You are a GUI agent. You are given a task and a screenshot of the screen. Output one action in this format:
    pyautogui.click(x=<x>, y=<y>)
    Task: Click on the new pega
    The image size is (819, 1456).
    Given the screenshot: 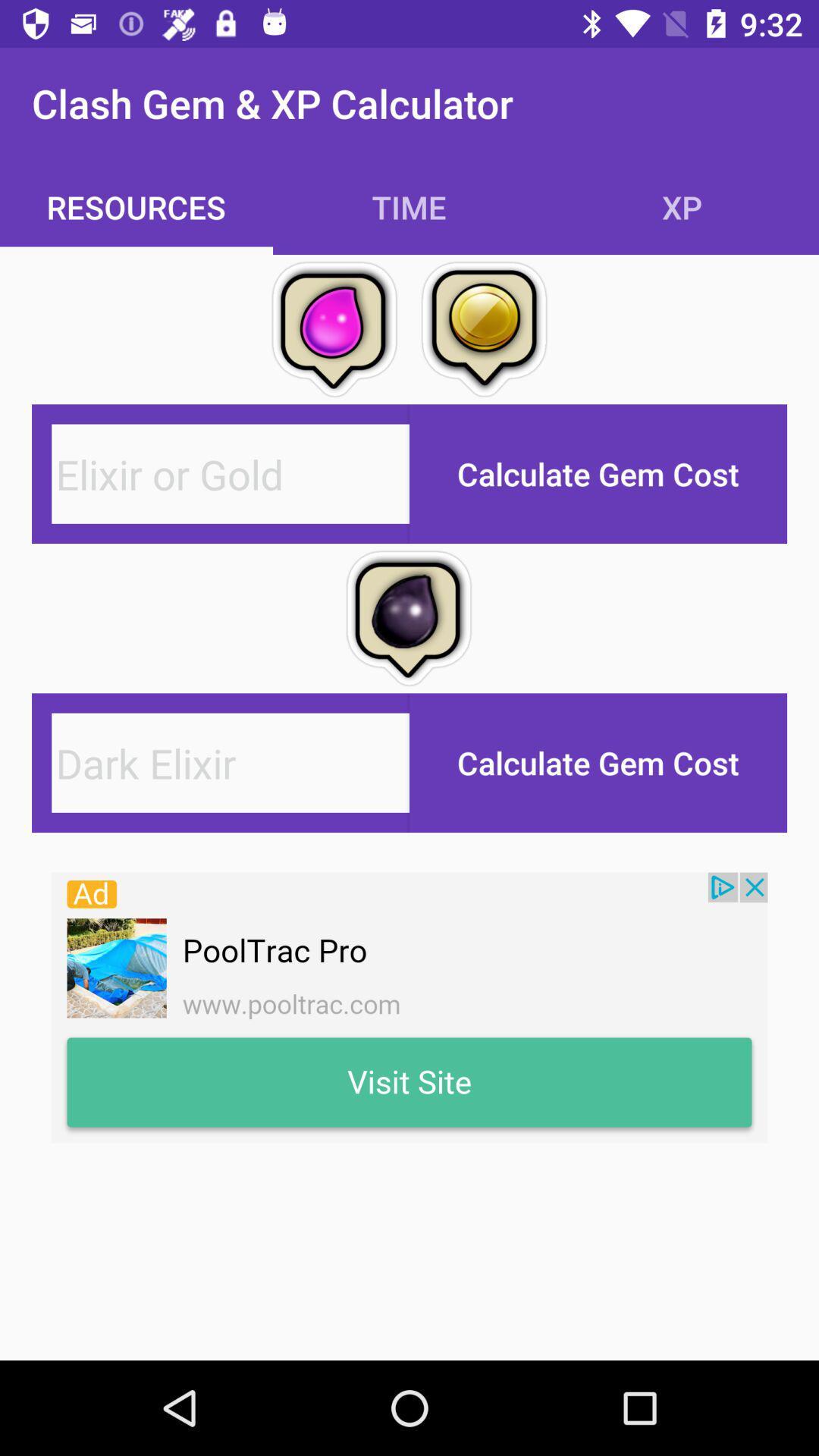 What is the action you would take?
    pyautogui.click(x=231, y=763)
    